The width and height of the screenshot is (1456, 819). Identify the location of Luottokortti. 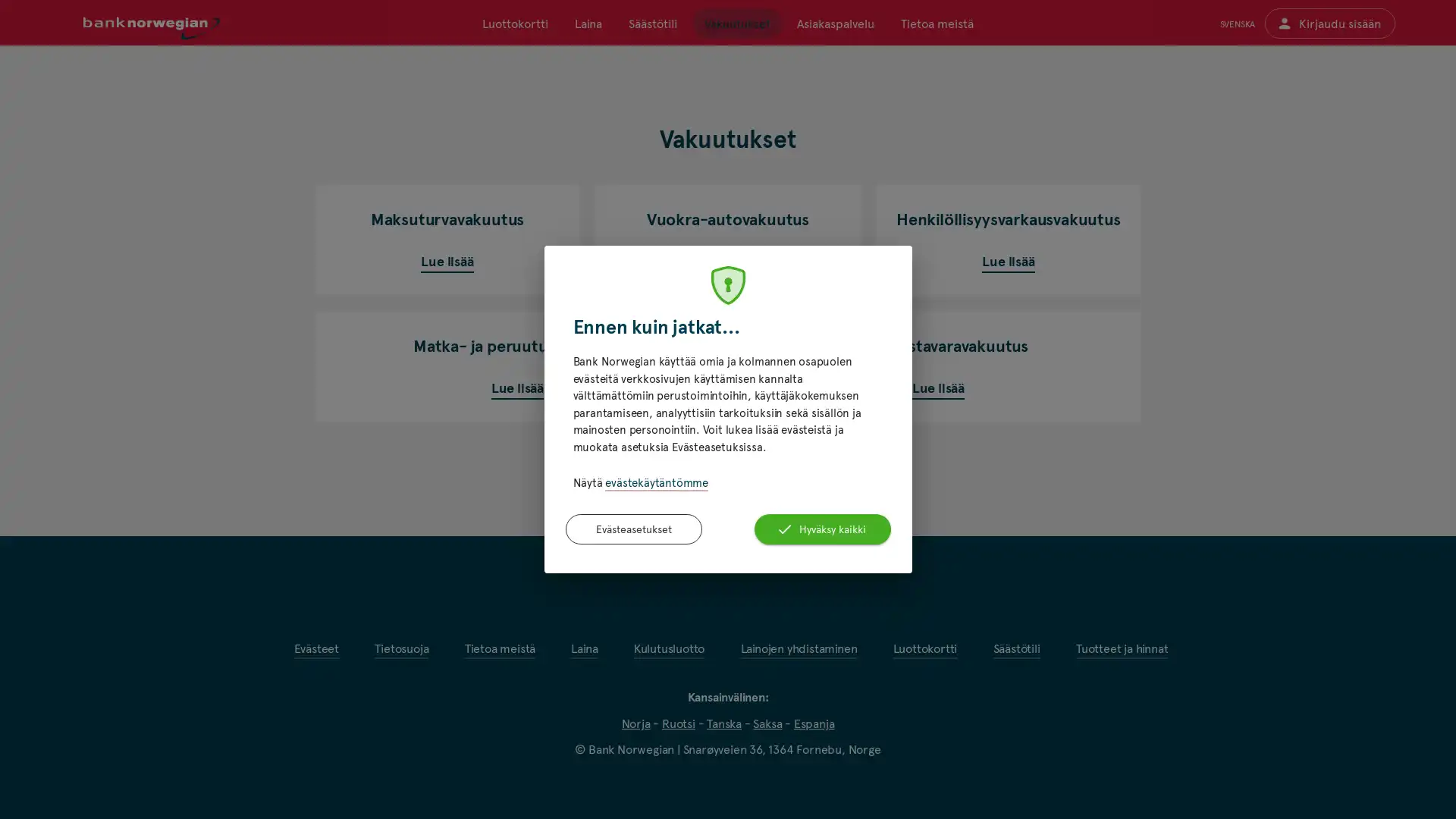
(515, 23).